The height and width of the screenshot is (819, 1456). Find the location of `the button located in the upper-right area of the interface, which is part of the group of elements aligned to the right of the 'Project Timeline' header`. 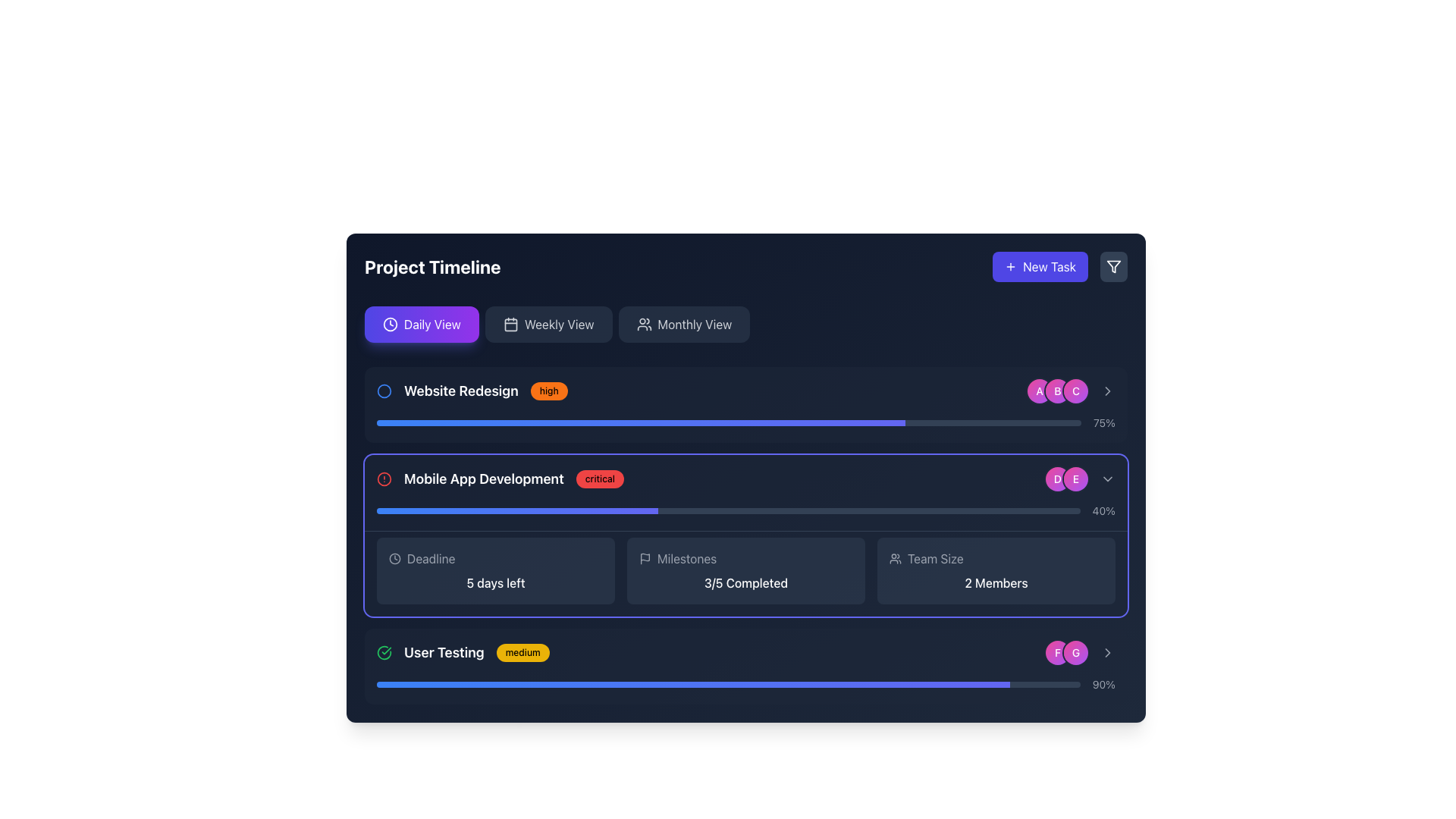

the button located in the upper-right area of the interface, which is part of the group of elements aligned to the right of the 'Project Timeline' header is located at coordinates (1059, 265).